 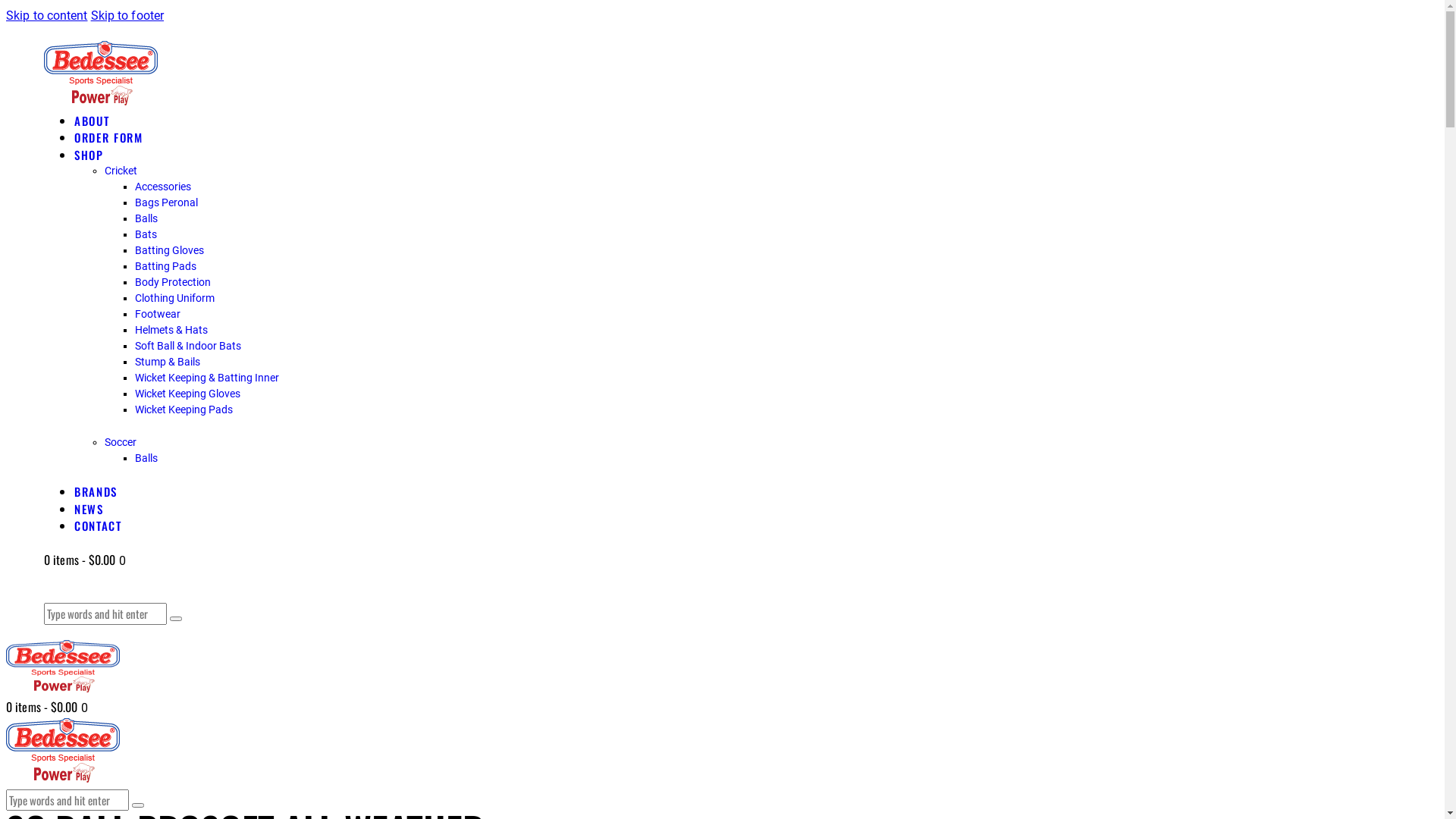 I want to click on 'Soccer', so click(x=119, y=441).